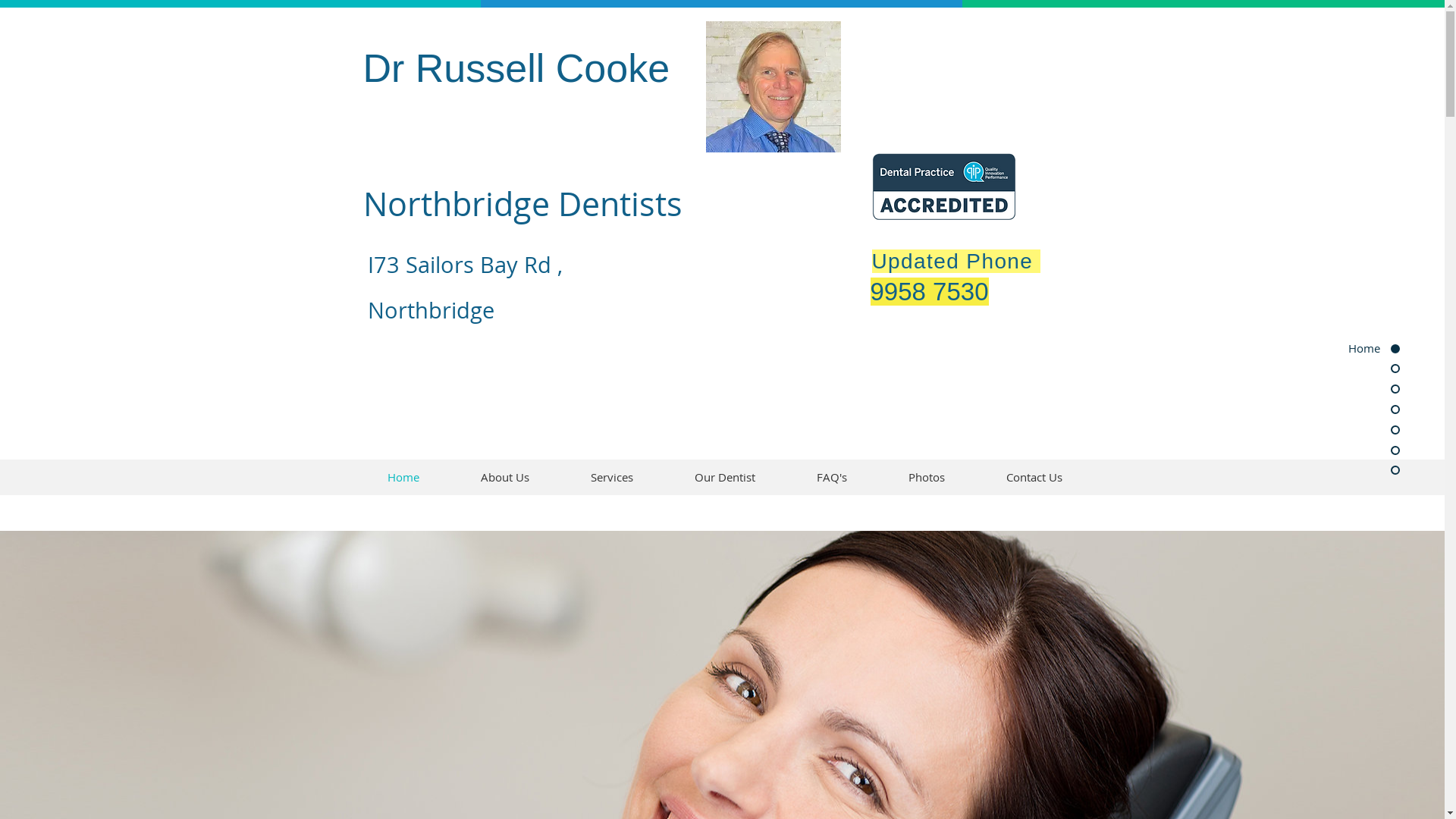  I want to click on 'About Us', so click(505, 476).